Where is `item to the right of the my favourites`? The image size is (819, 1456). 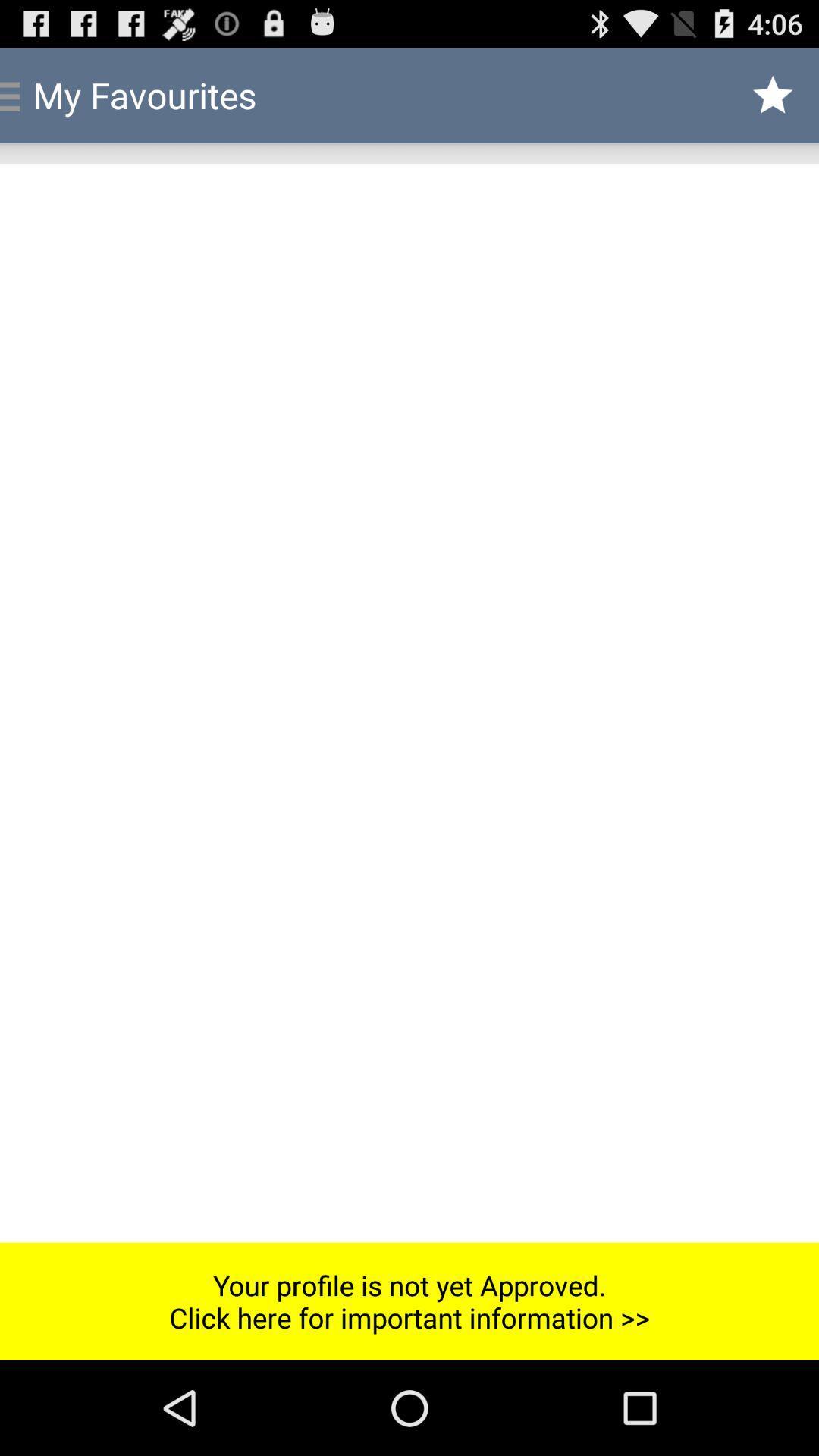
item to the right of the my favourites is located at coordinates (773, 94).